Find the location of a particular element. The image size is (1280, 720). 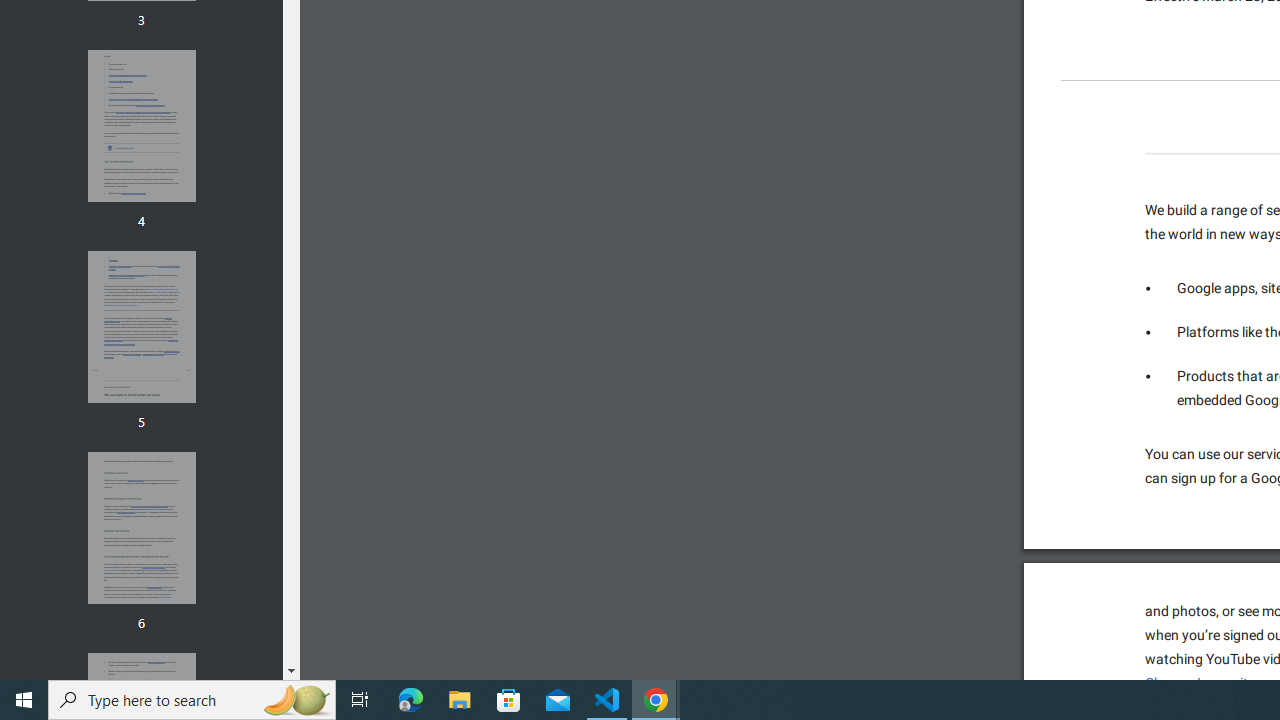

'Thumbnail for page 5' is located at coordinates (140, 326).